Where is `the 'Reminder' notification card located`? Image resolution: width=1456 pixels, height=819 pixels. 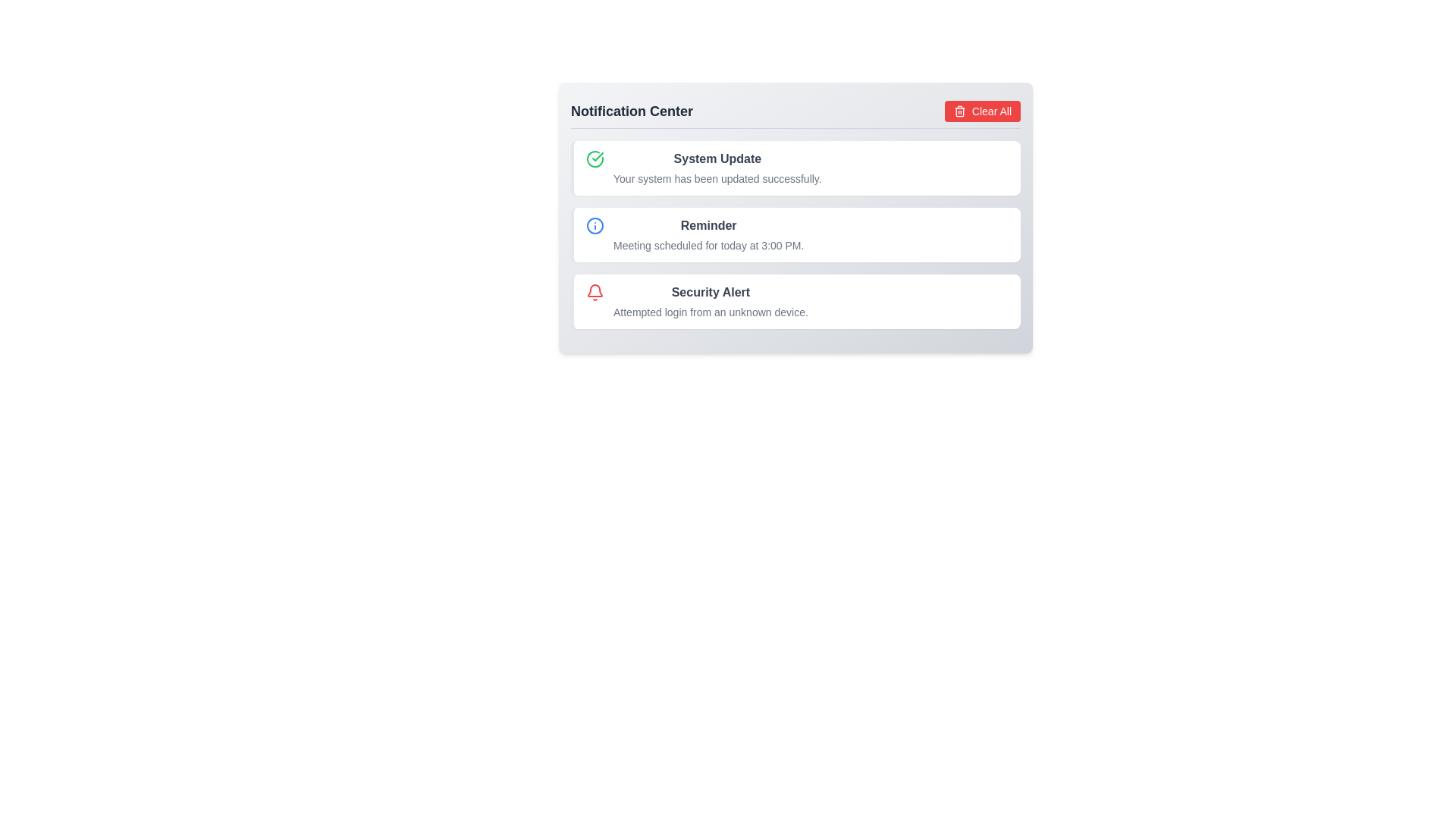 the 'Reminder' notification card located is located at coordinates (795, 218).